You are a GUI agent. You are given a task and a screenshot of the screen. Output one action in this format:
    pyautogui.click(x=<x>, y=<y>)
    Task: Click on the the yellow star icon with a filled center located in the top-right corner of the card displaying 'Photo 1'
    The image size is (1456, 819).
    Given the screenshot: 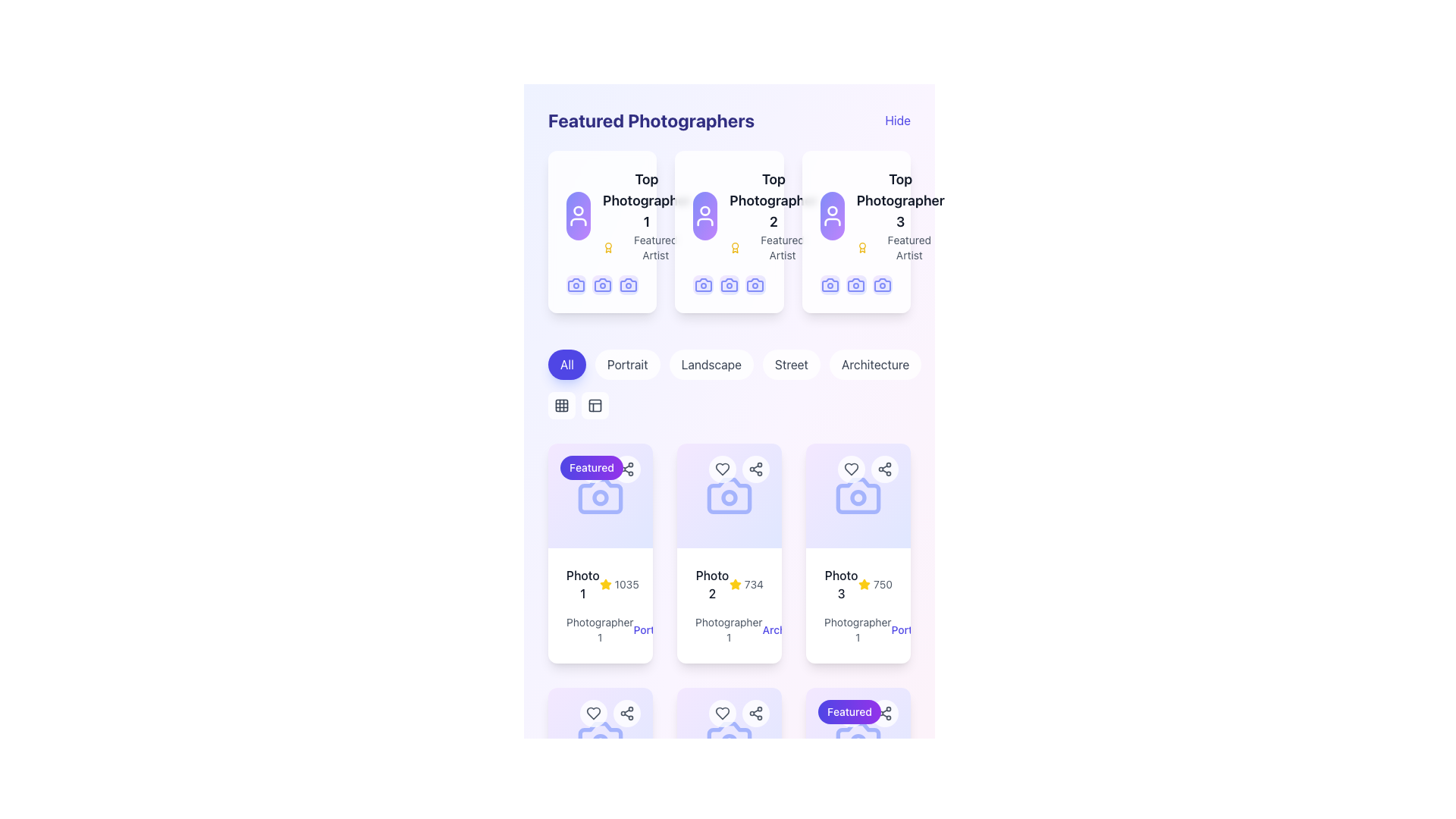 What is the action you would take?
    pyautogui.click(x=604, y=584)
    